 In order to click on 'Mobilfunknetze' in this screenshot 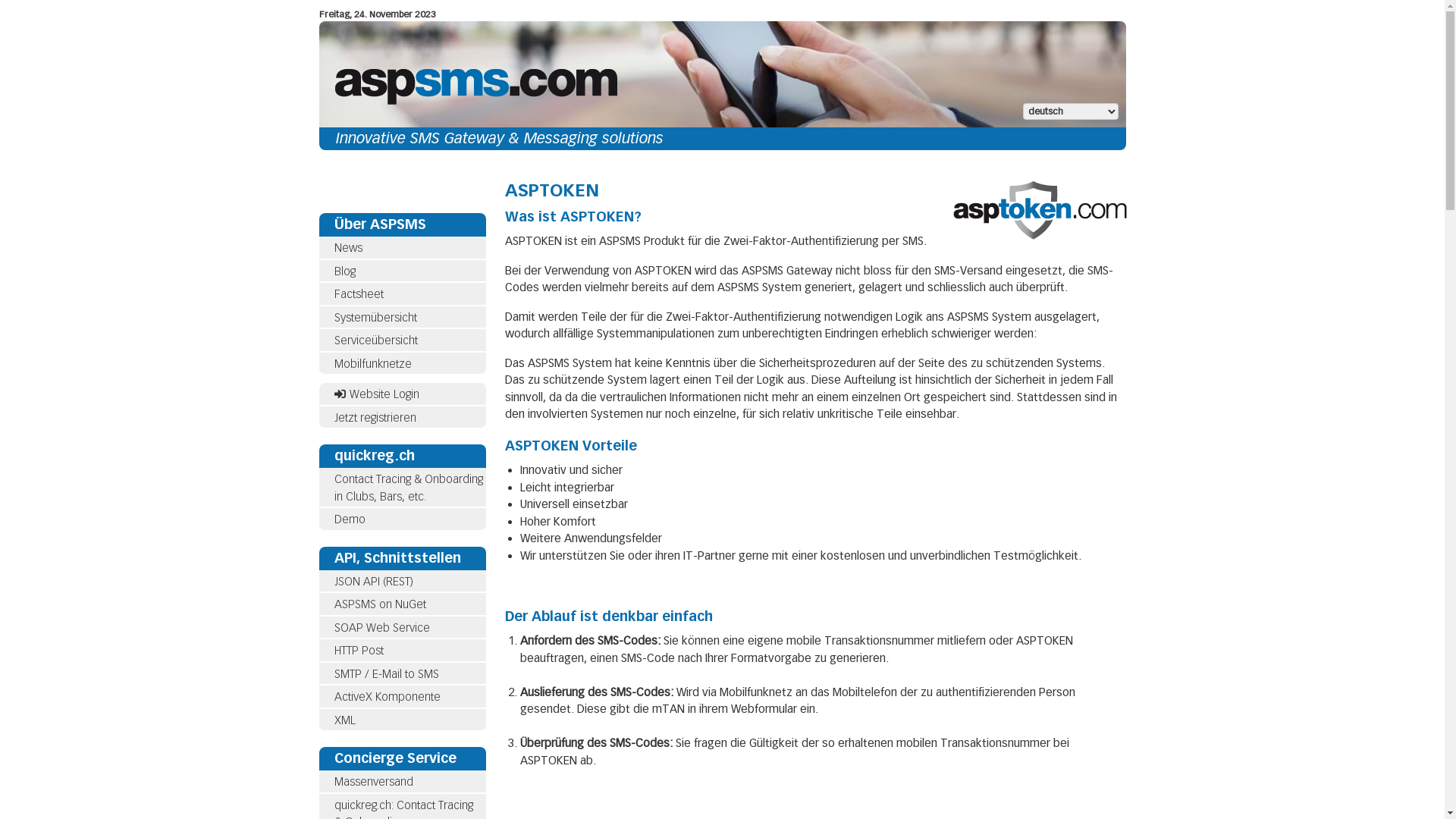, I will do `click(401, 363)`.